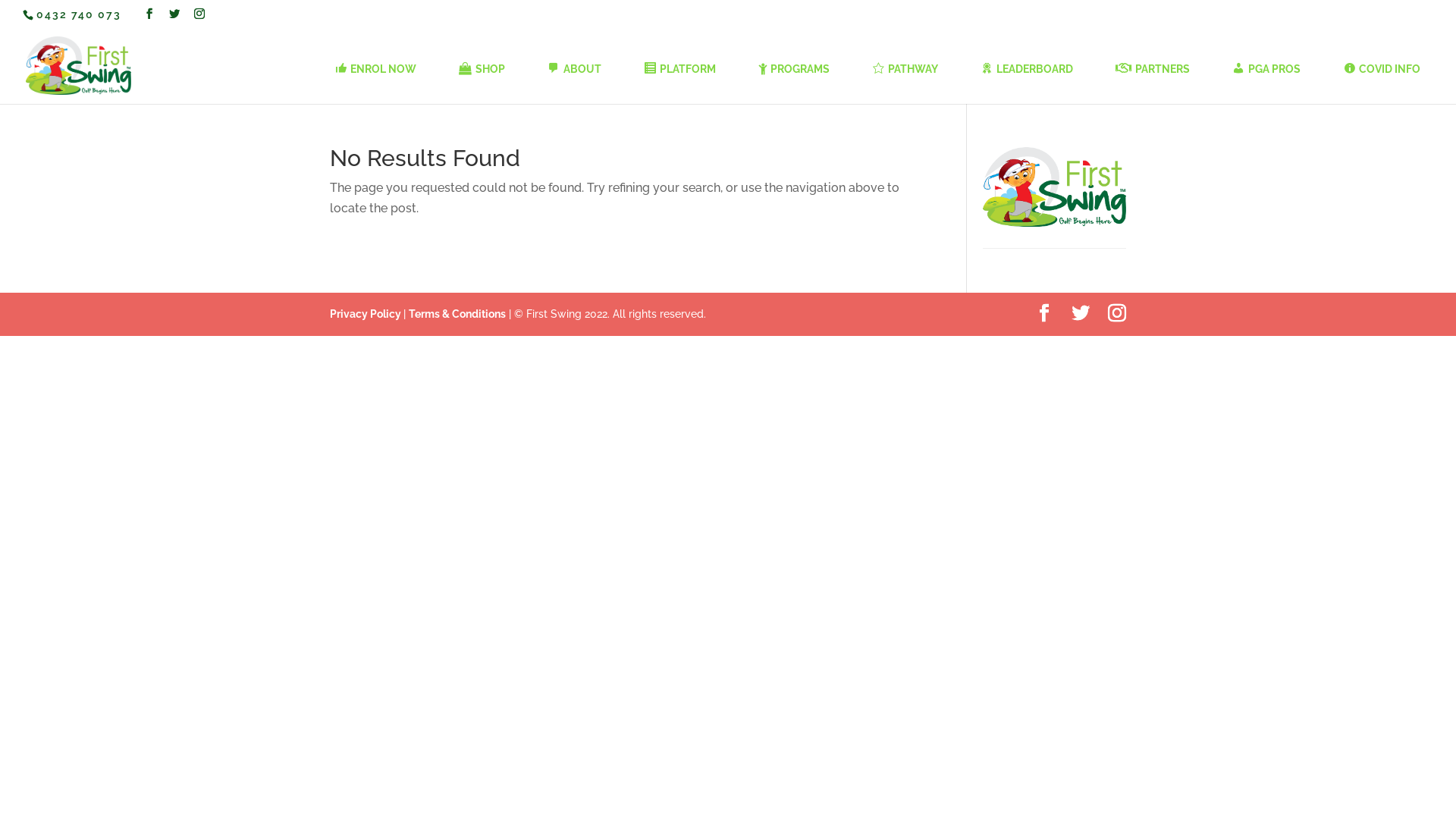 This screenshot has height=819, width=1456. What do you see at coordinates (535, 80) in the screenshot?
I see `'ABOUT'` at bounding box center [535, 80].